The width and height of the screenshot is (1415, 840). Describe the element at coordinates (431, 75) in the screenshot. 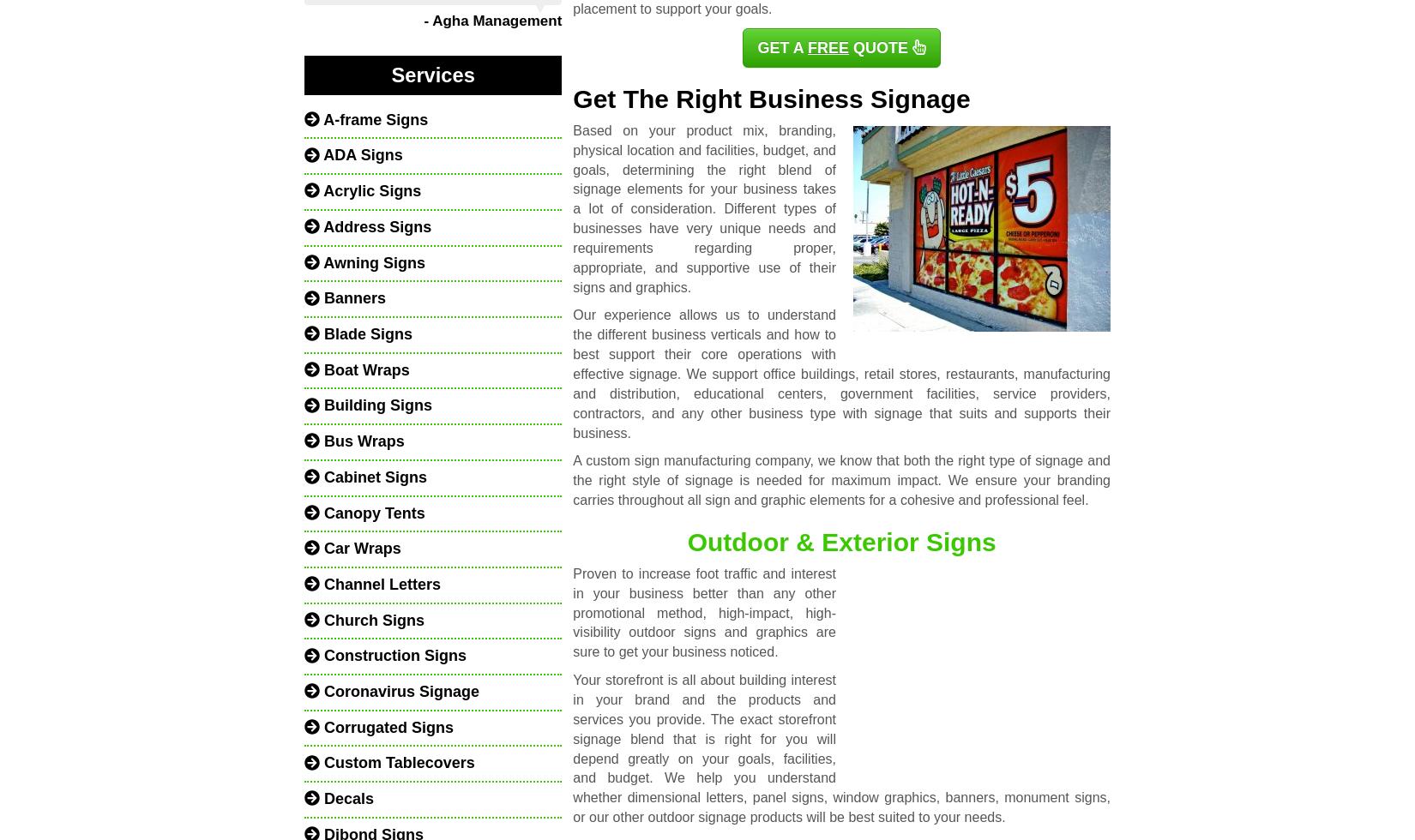

I see `'Services'` at that location.